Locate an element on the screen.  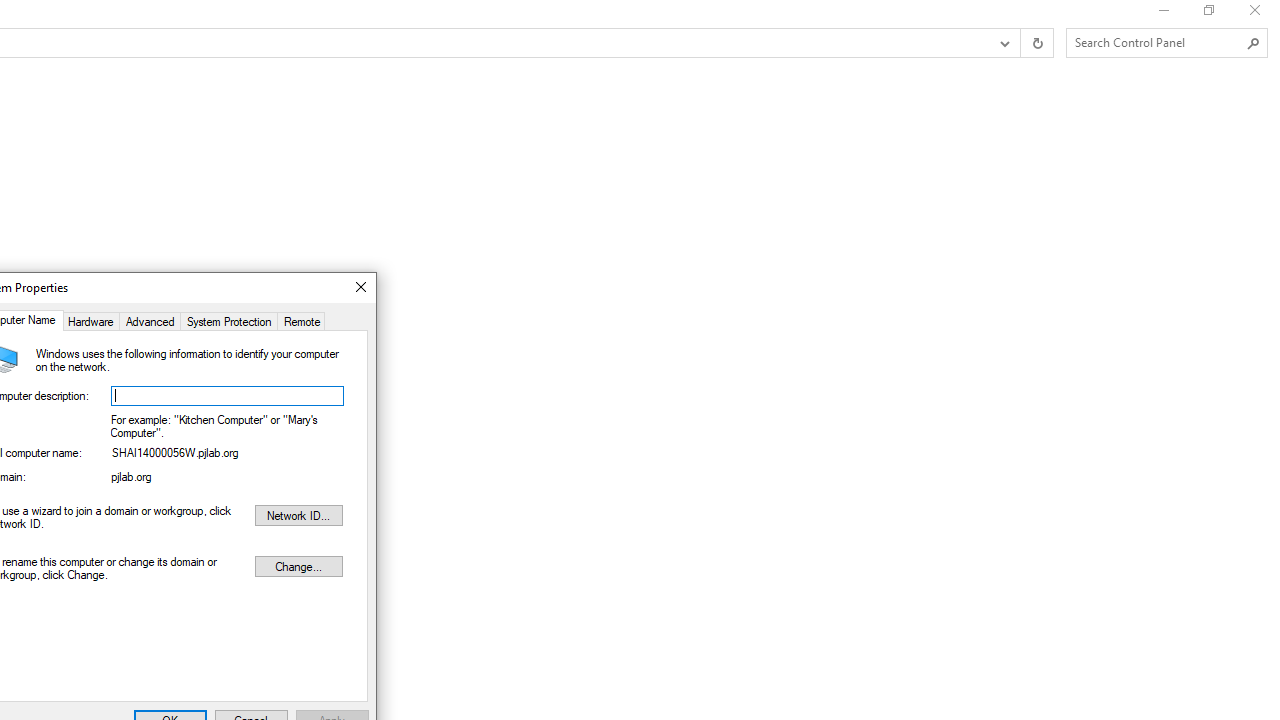
'Computer description:' is located at coordinates (227, 396).